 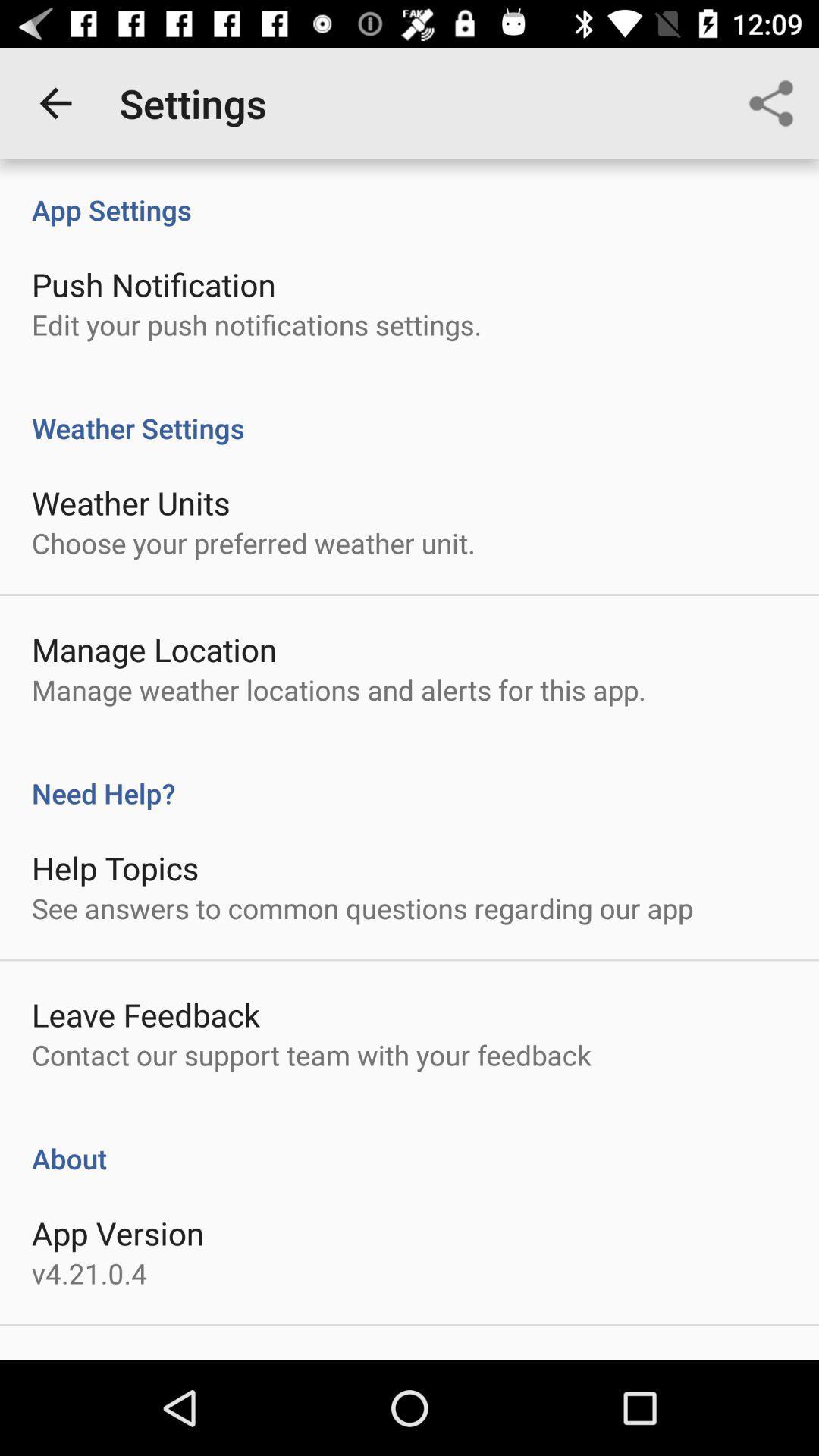 What do you see at coordinates (338, 689) in the screenshot?
I see `manage weather locations item` at bounding box center [338, 689].